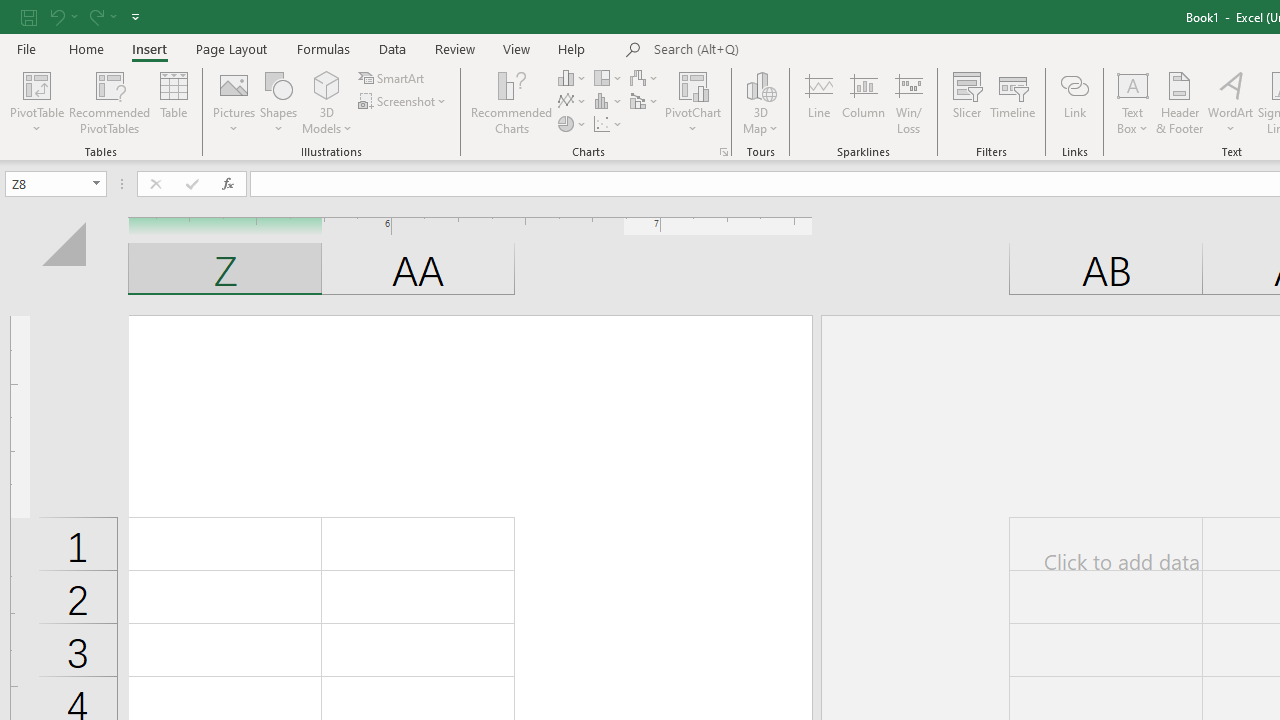 The image size is (1280, 720). What do you see at coordinates (608, 101) in the screenshot?
I see `'Insert Statistic Chart'` at bounding box center [608, 101].